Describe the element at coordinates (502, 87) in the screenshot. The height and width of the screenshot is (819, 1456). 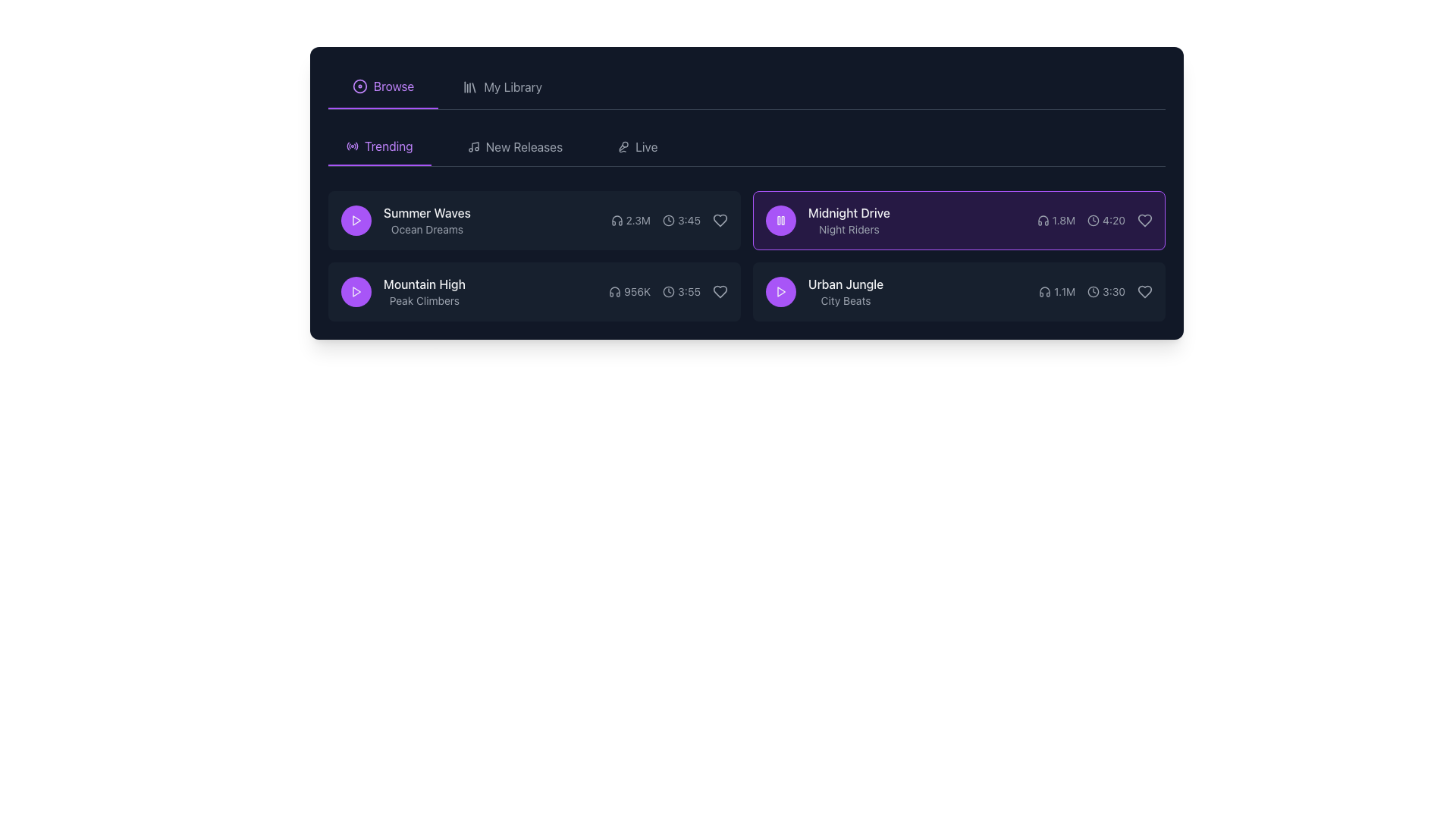
I see `the 'My Library' navigation button located in the horizontal menu at the top of the interface` at that location.